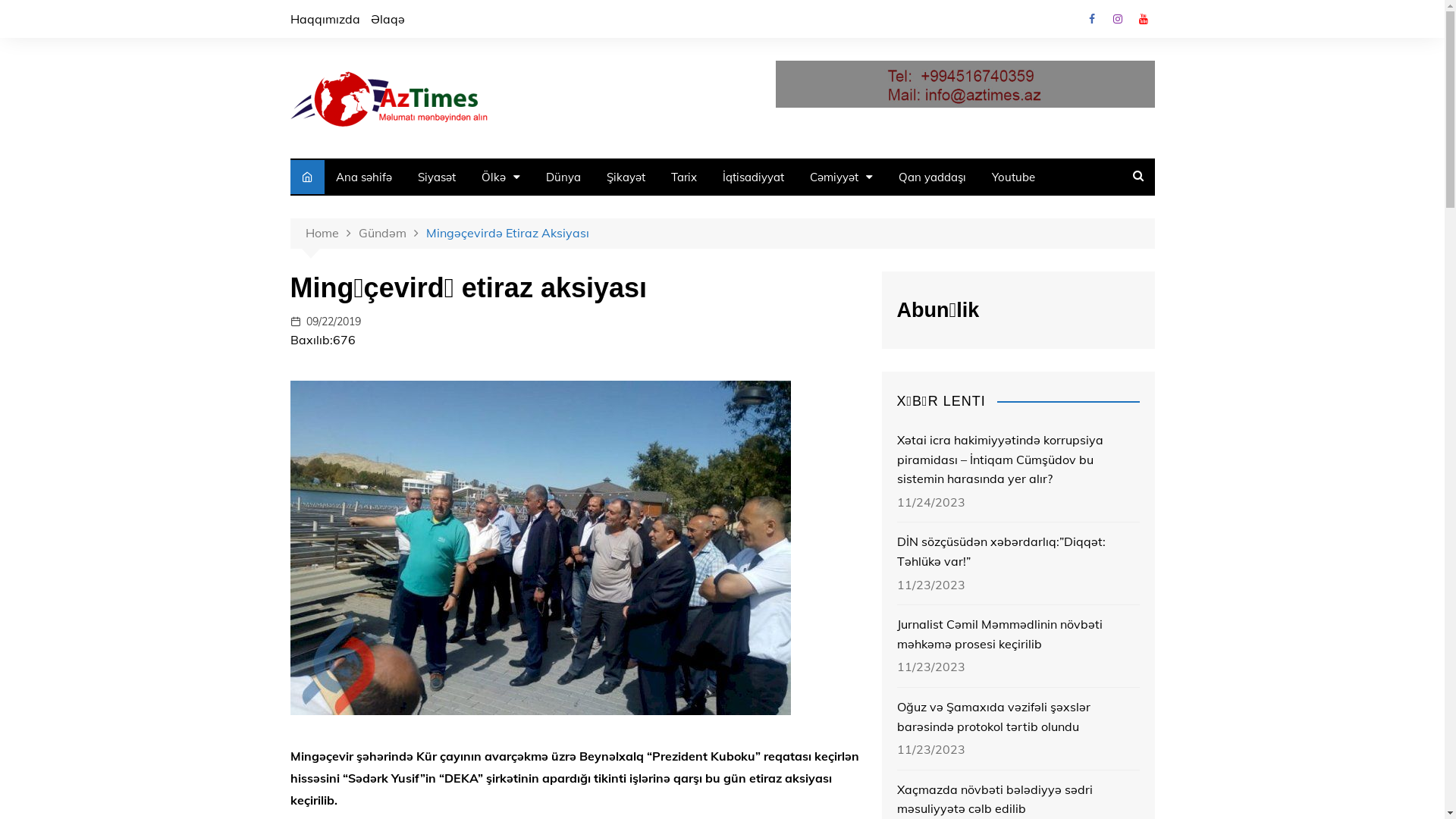 This screenshot has width=1456, height=819. Describe the element at coordinates (1117, 18) in the screenshot. I see `'Instagram'` at that location.